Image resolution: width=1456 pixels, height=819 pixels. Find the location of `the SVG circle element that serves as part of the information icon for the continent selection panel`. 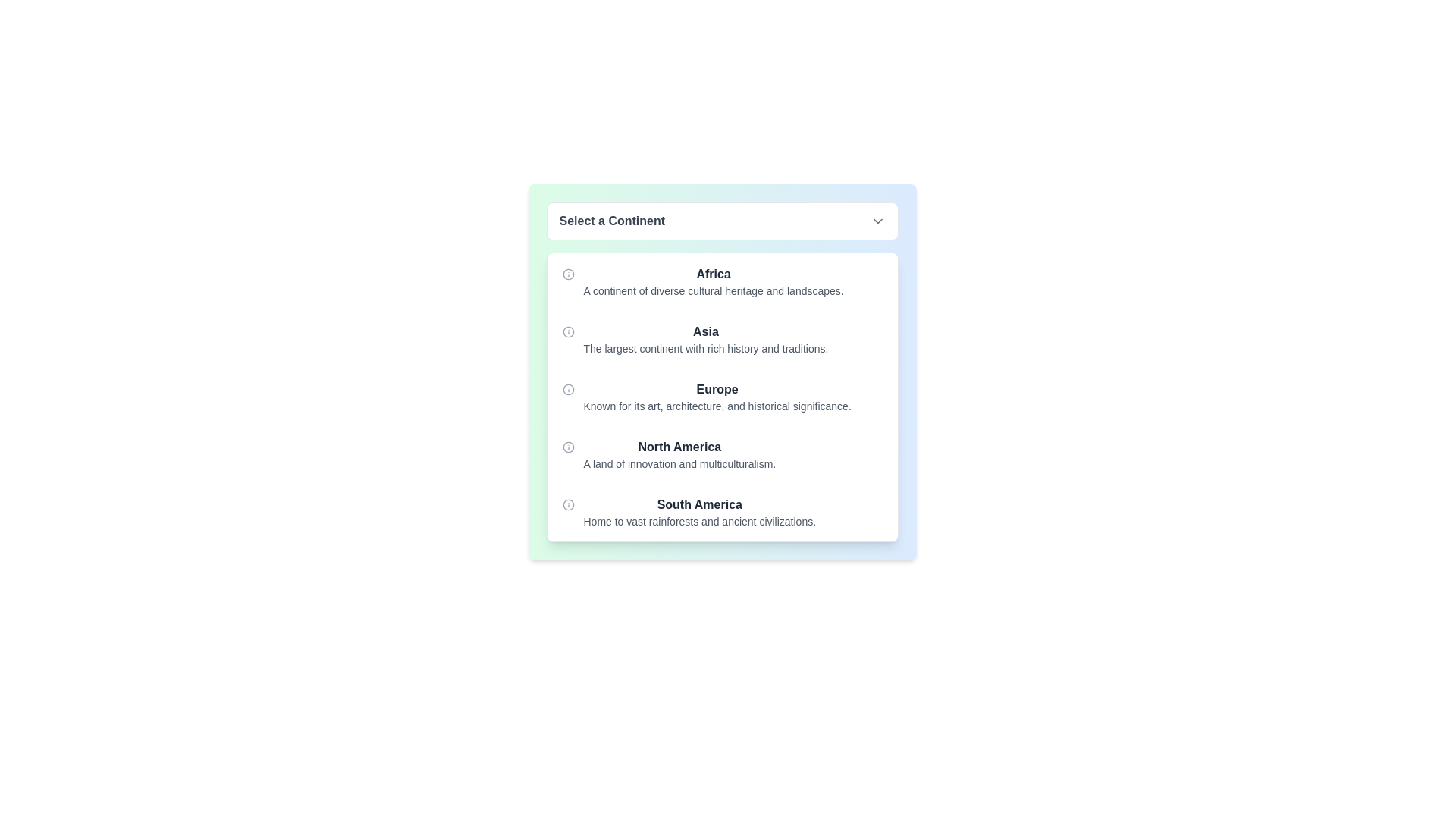

the SVG circle element that serves as part of the information icon for the continent selection panel is located at coordinates (567, 388).